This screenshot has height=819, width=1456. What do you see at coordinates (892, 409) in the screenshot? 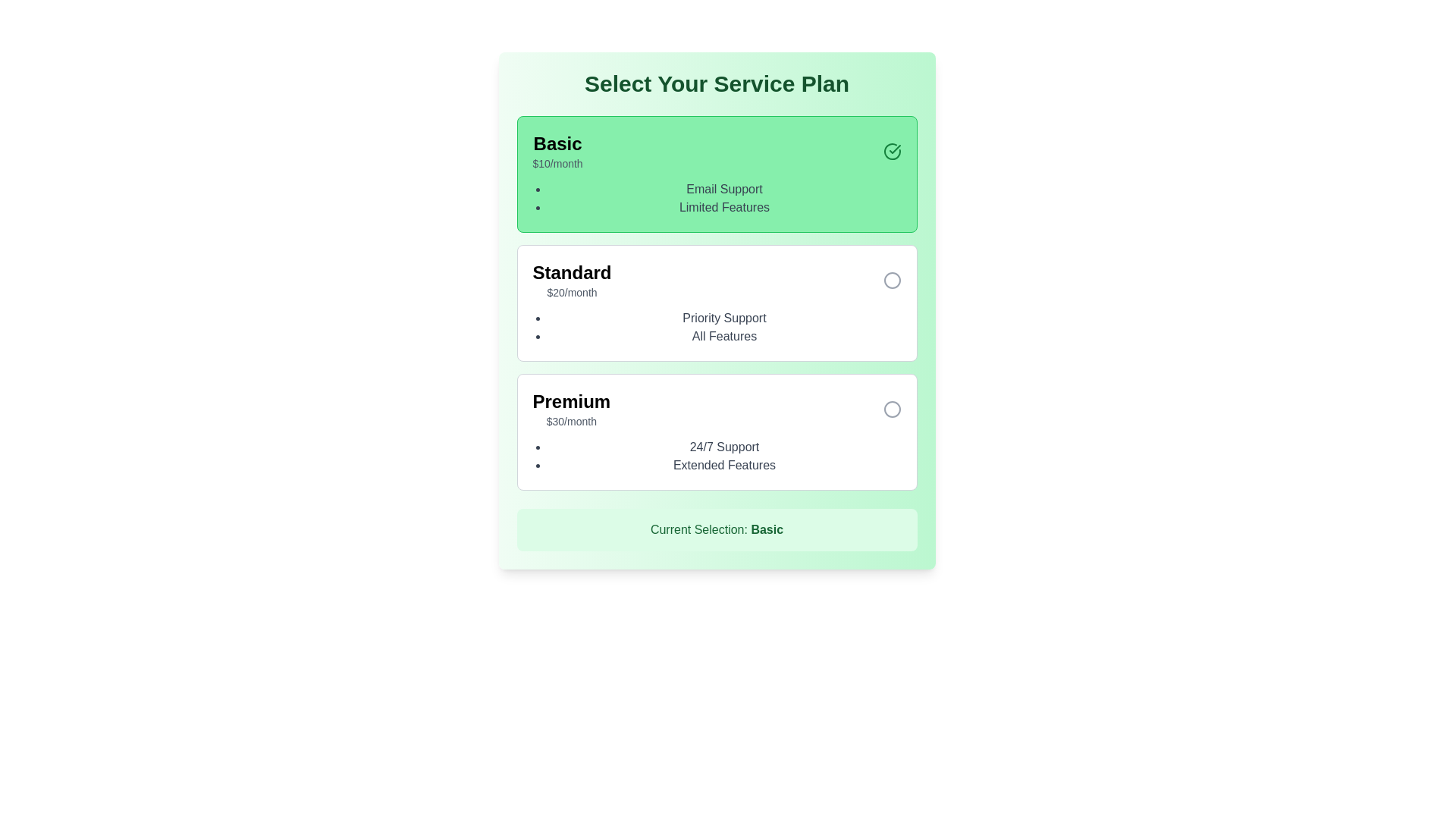
I see `the radio button styled as an SVG circle` at bounding box center [892, 409].